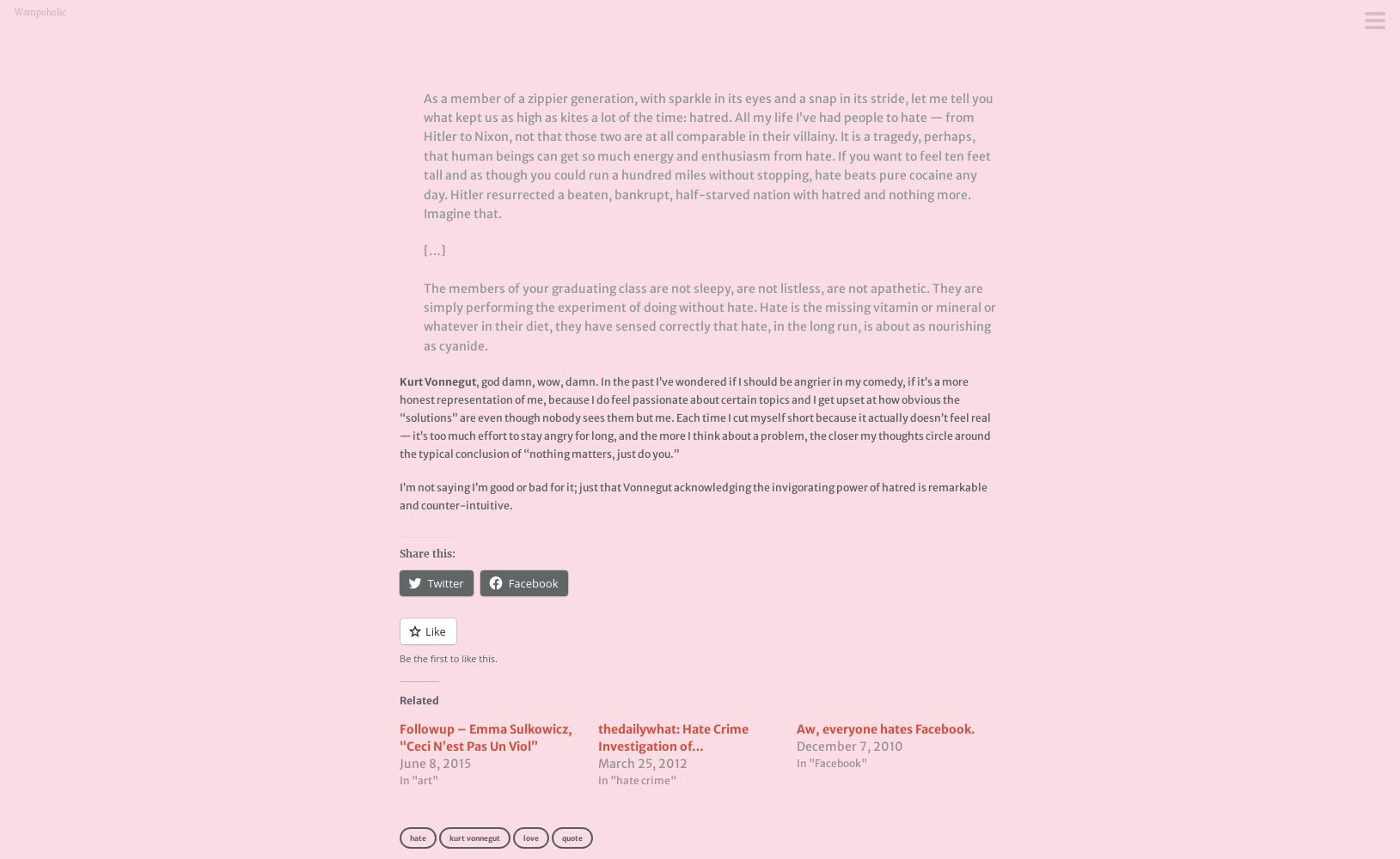  What do you see at coordinates (418, 699) in the screenshot?
I see `'Related'` at bounding box center [418, 699].